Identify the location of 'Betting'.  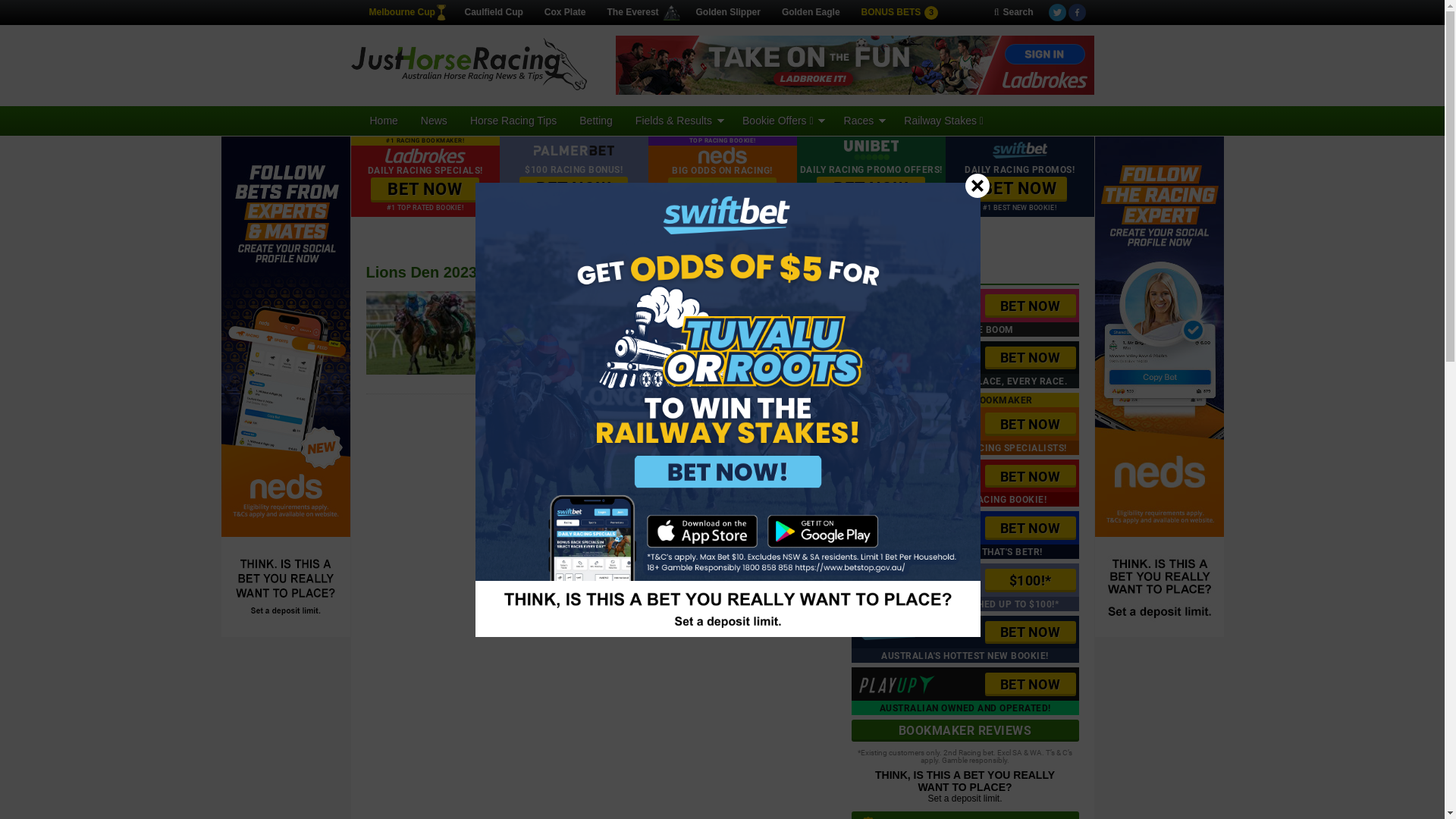
(595, 119).